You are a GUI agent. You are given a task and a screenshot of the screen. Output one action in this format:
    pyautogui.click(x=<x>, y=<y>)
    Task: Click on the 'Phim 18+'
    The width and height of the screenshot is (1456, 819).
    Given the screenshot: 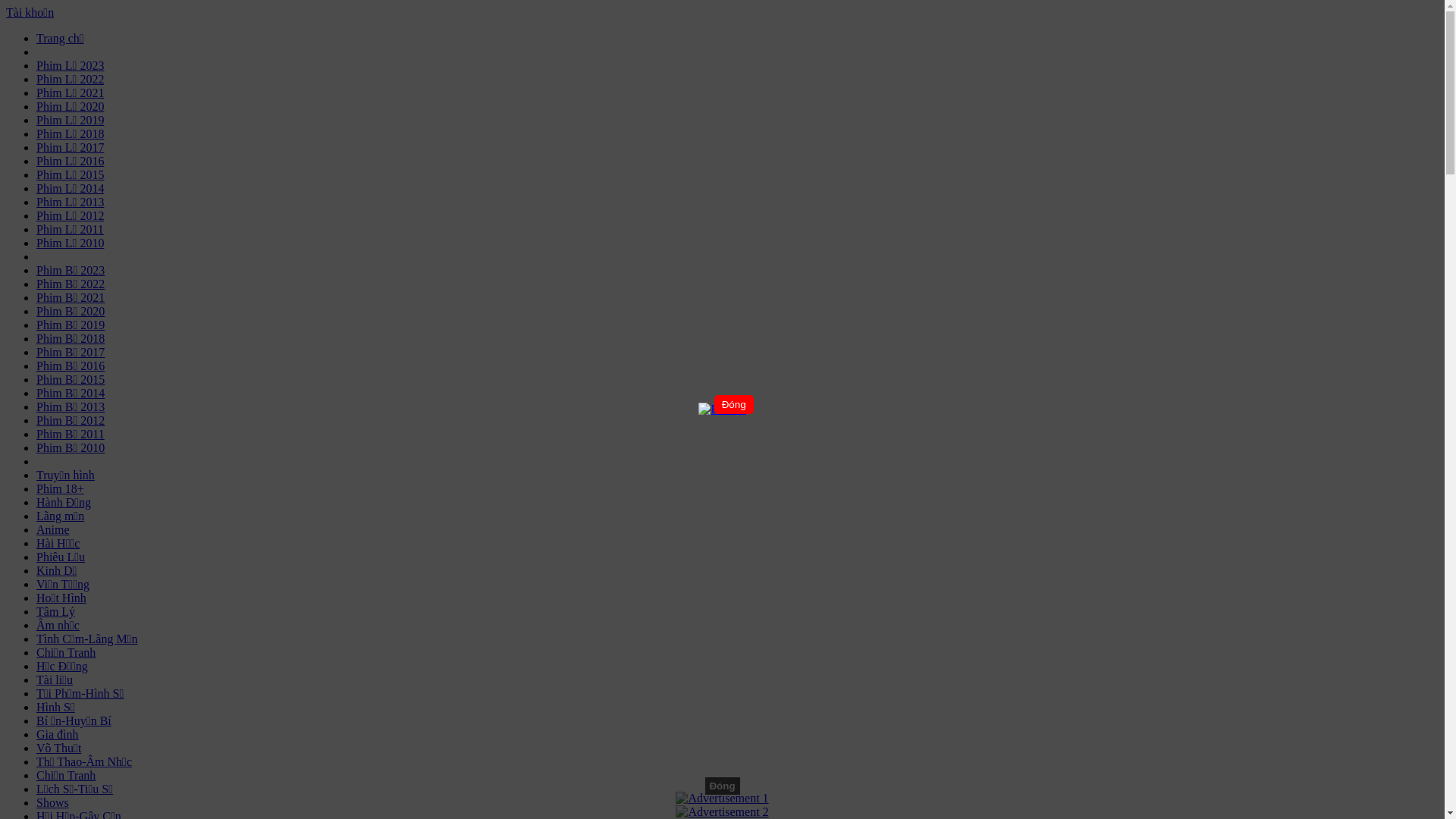 What is the action you would take?
    pyautogui.click(x=60, y=488)
    